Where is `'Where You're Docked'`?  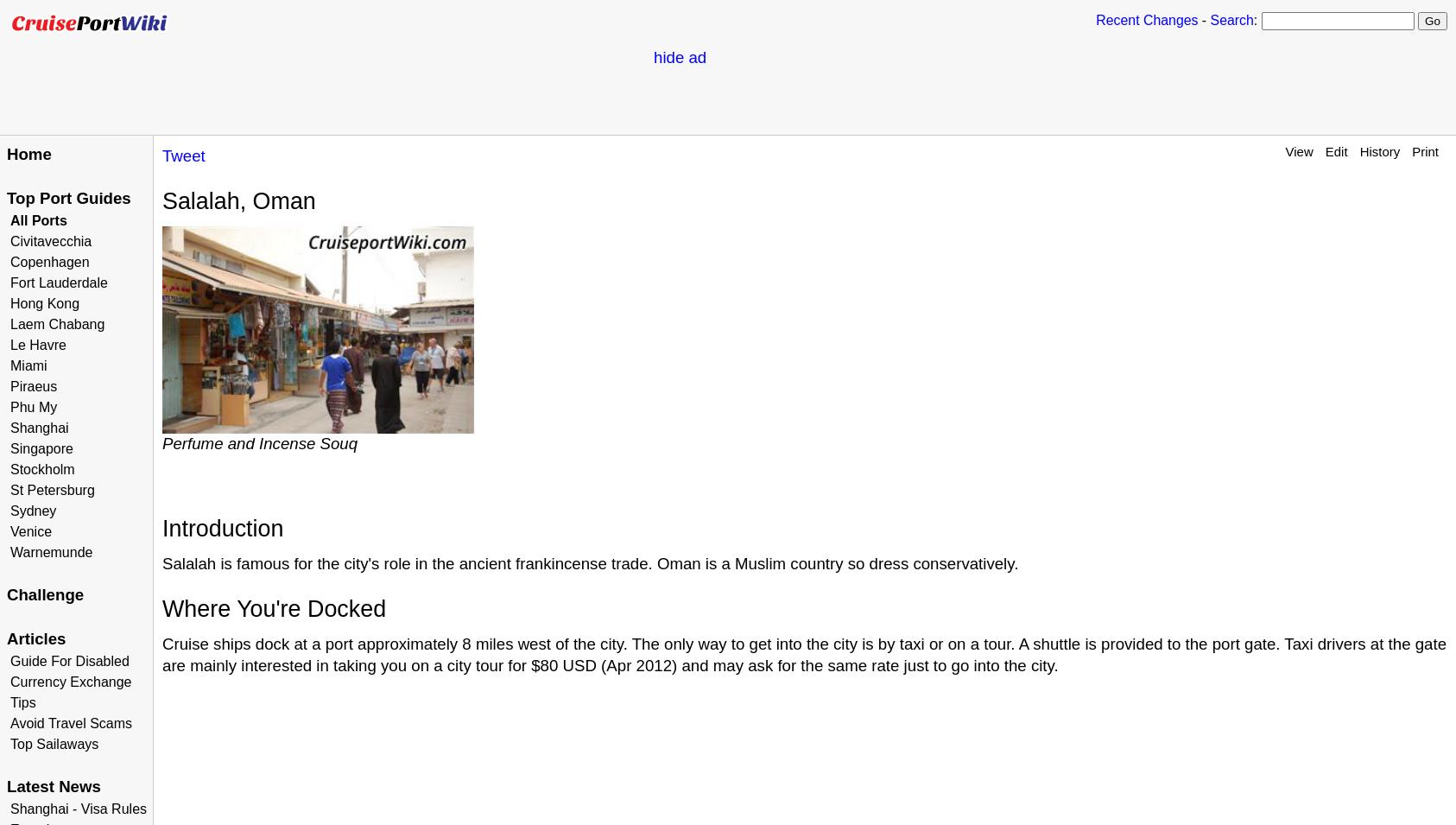 'Where You're Docked' is located at coordinates (273, 607).